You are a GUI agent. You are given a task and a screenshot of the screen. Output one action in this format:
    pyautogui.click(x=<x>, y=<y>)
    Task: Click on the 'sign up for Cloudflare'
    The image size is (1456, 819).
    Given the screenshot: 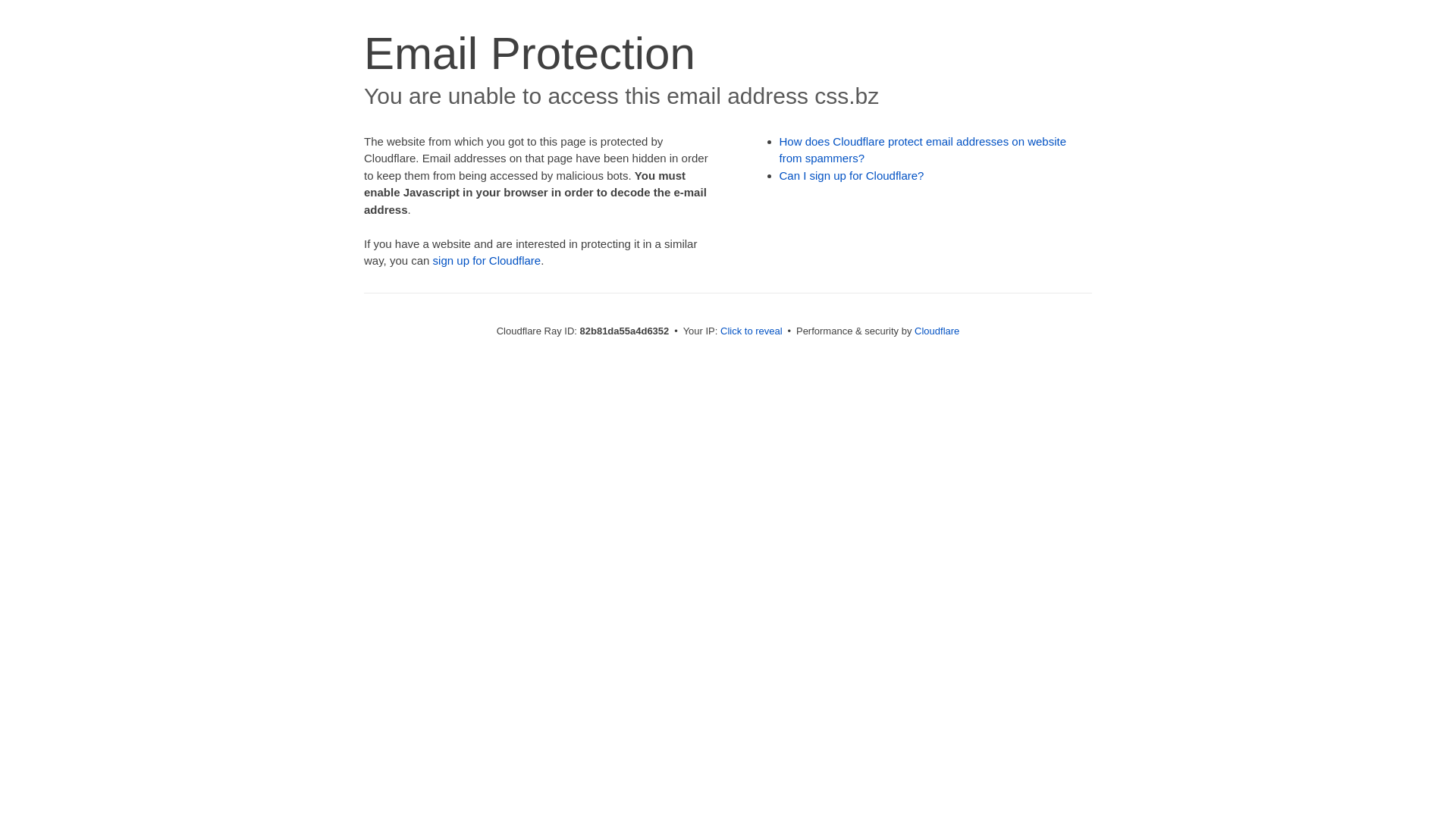 What is the action you would take?
    pyautogui.click(x=487, y=259)
    